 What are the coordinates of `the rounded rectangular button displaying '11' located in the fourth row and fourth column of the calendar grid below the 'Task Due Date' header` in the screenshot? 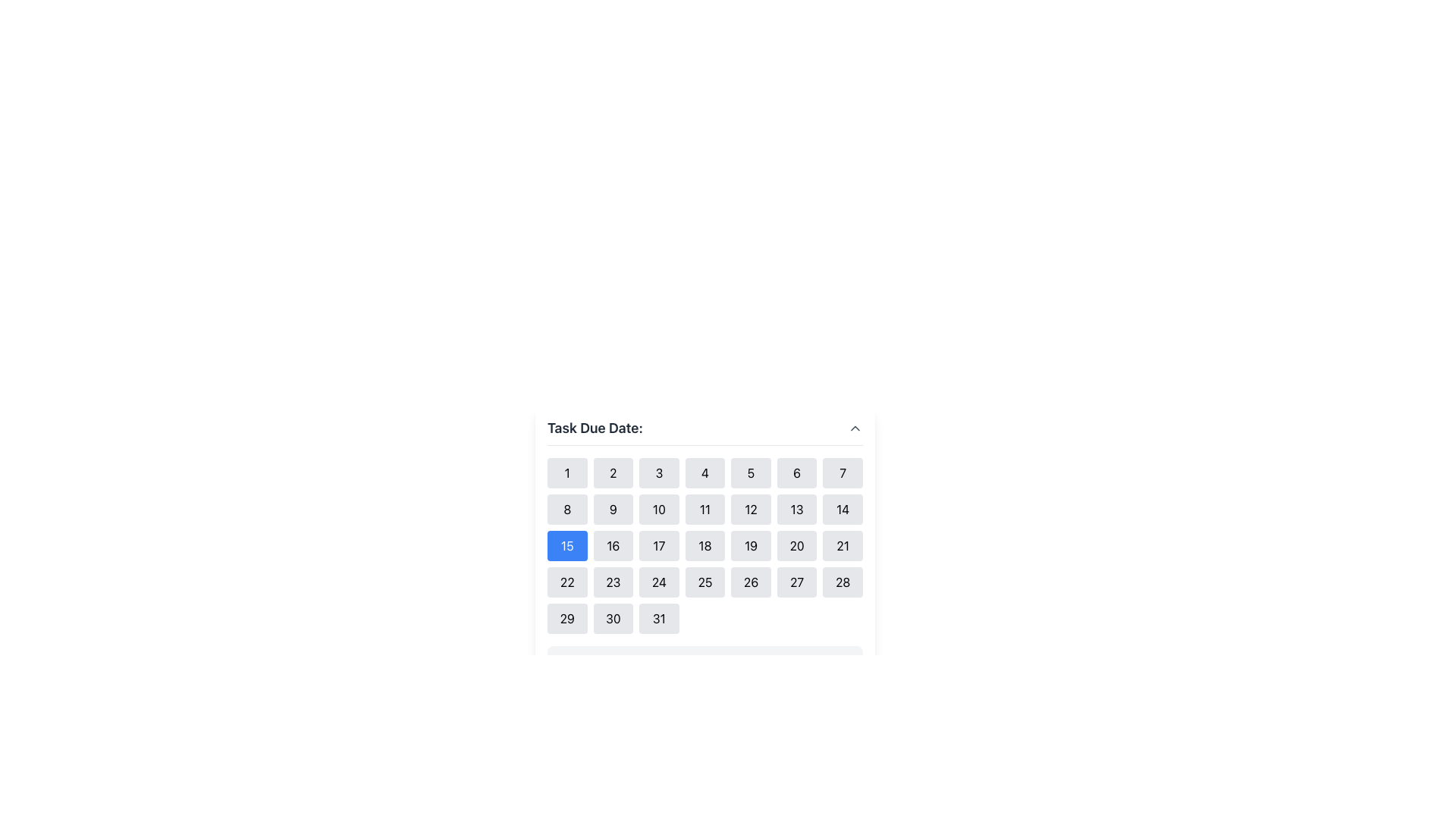 It's located at (704, 509).